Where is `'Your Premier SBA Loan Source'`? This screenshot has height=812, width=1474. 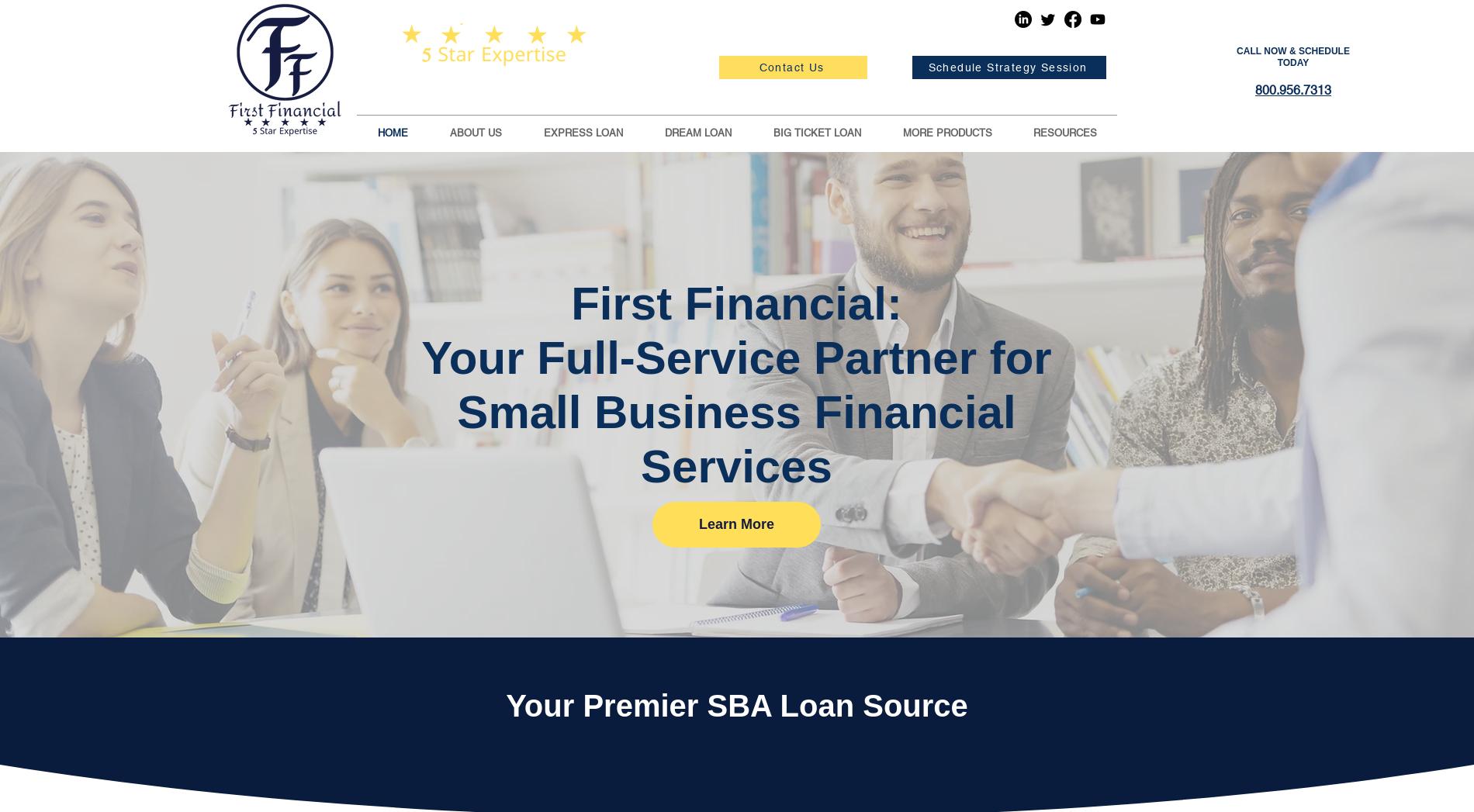
'Your Premier SBA Loan Source' is located at coordinates (506, 705).